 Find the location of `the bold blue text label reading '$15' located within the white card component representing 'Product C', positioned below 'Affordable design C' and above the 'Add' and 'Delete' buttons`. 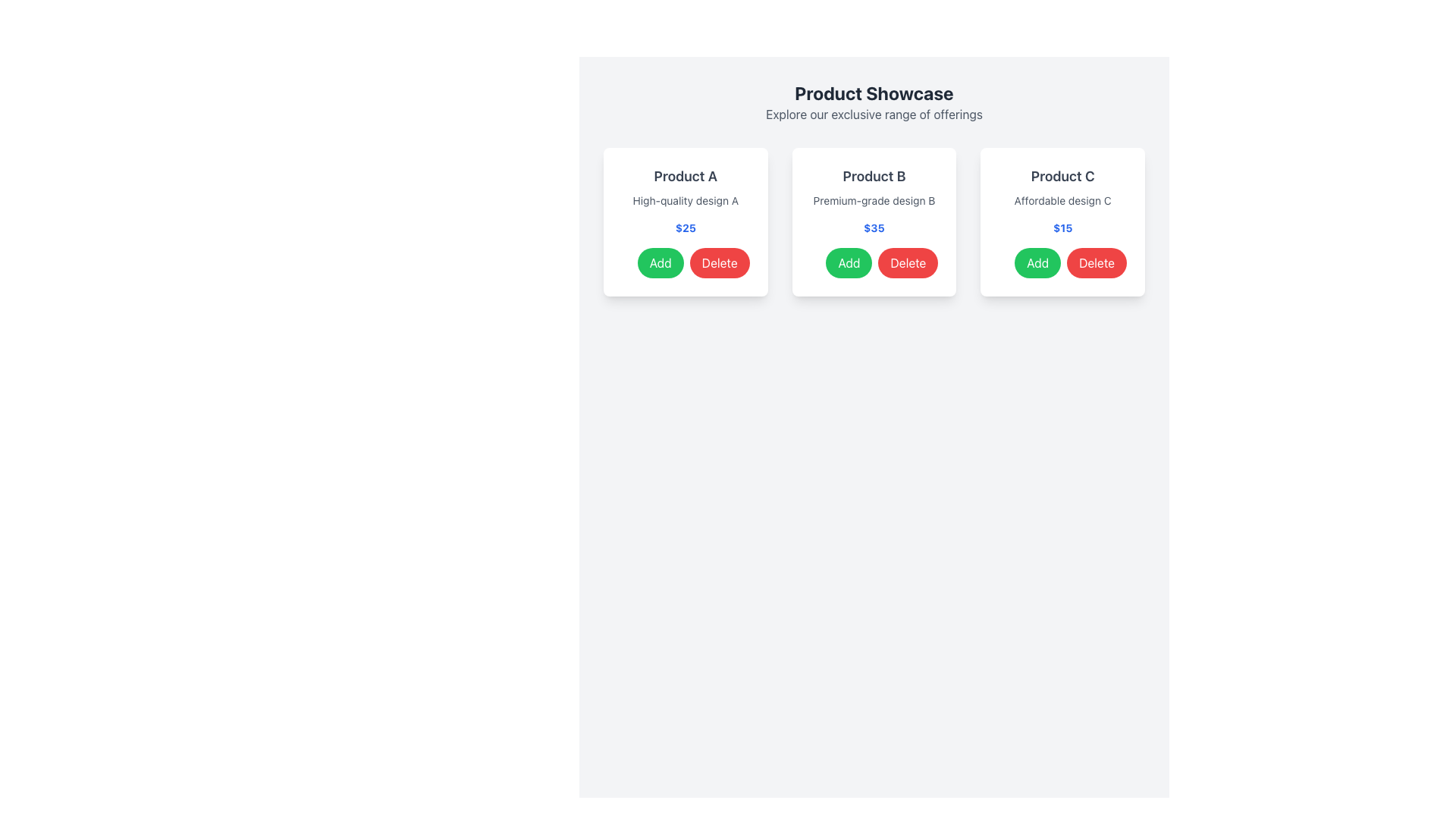

the bold blue text label reading '$15' located within the white card component representing 'Product C', positioned below 'Affordable design C' and above the 'Add' and 'Delete' buttons is located at coordinates (1062, 227).